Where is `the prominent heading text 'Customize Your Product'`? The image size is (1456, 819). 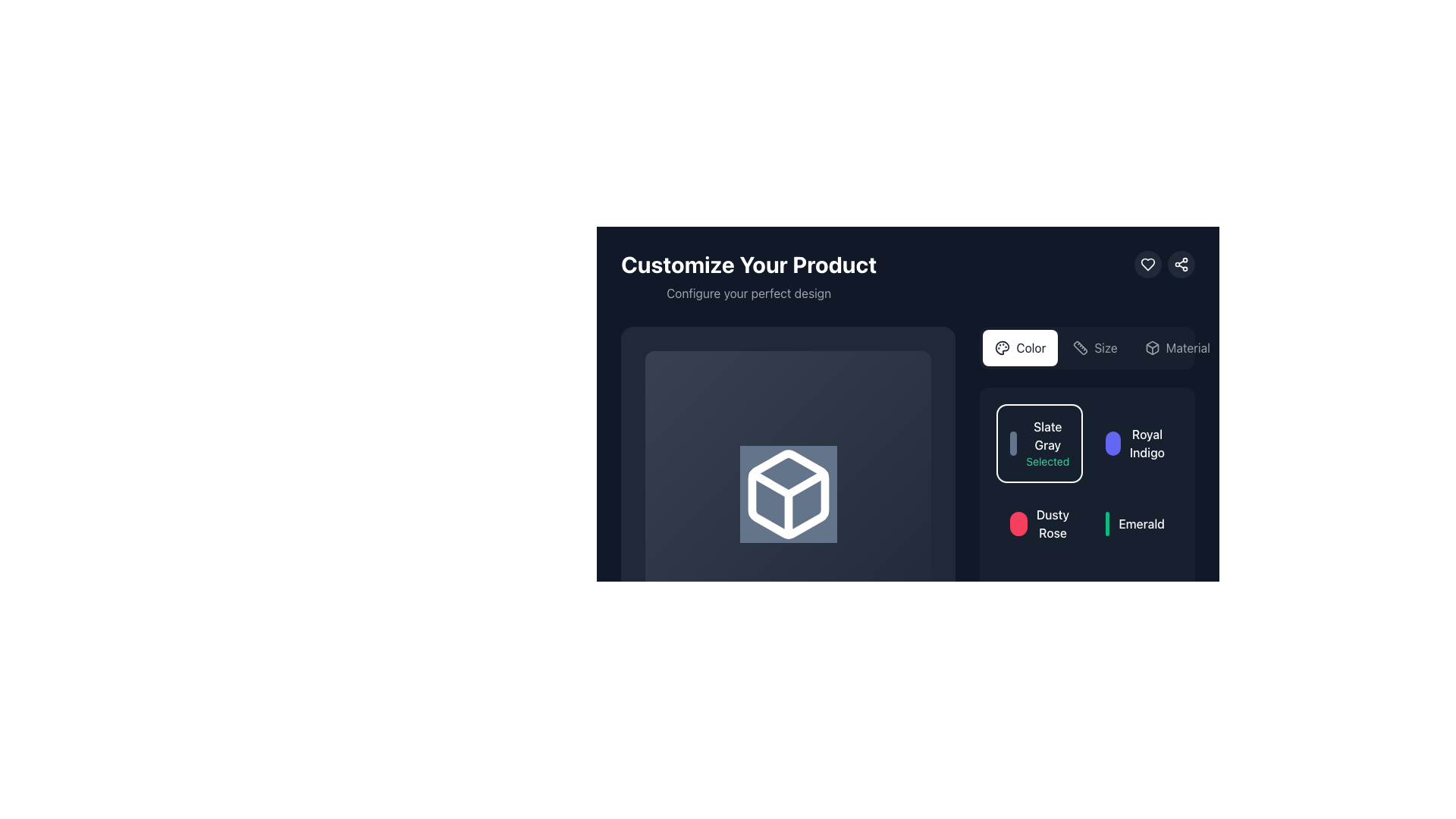 the prominent heading text 'Customize Your Product' is located at coordinates (748, 263).